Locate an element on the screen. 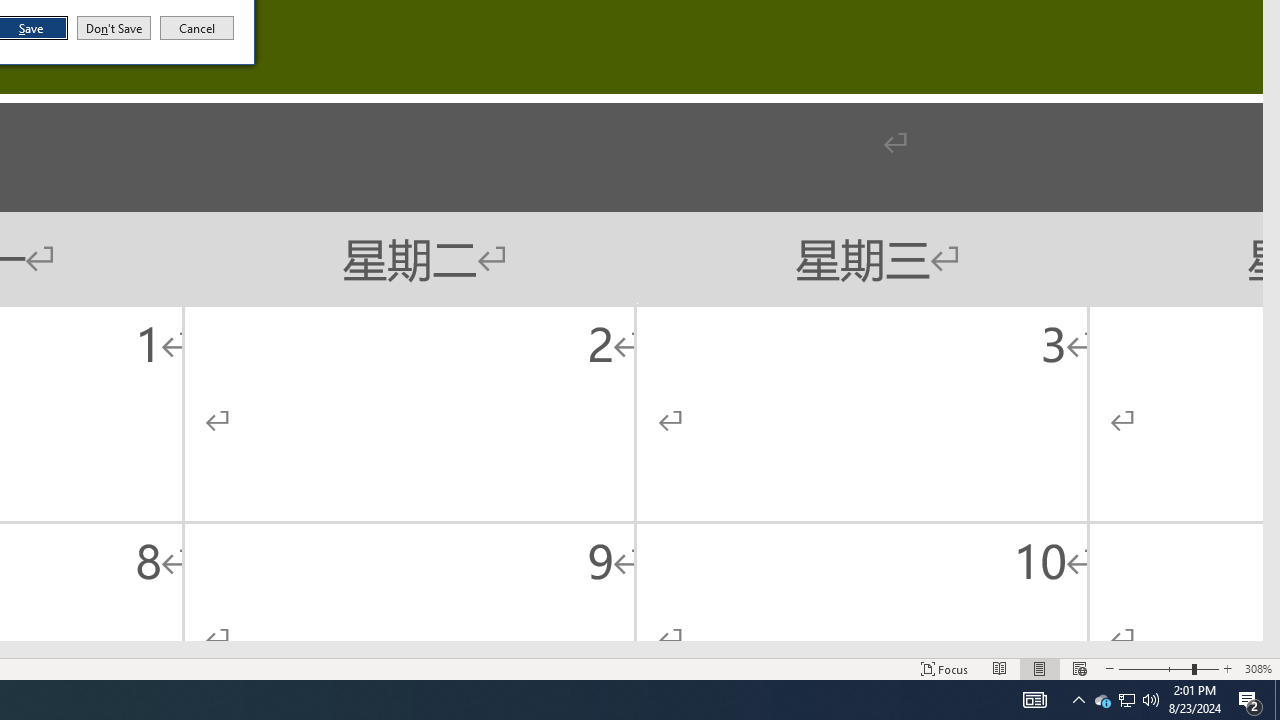 This screenshot has height=720, width=1280. 'Focus ' is located at coordinates (943, 669).